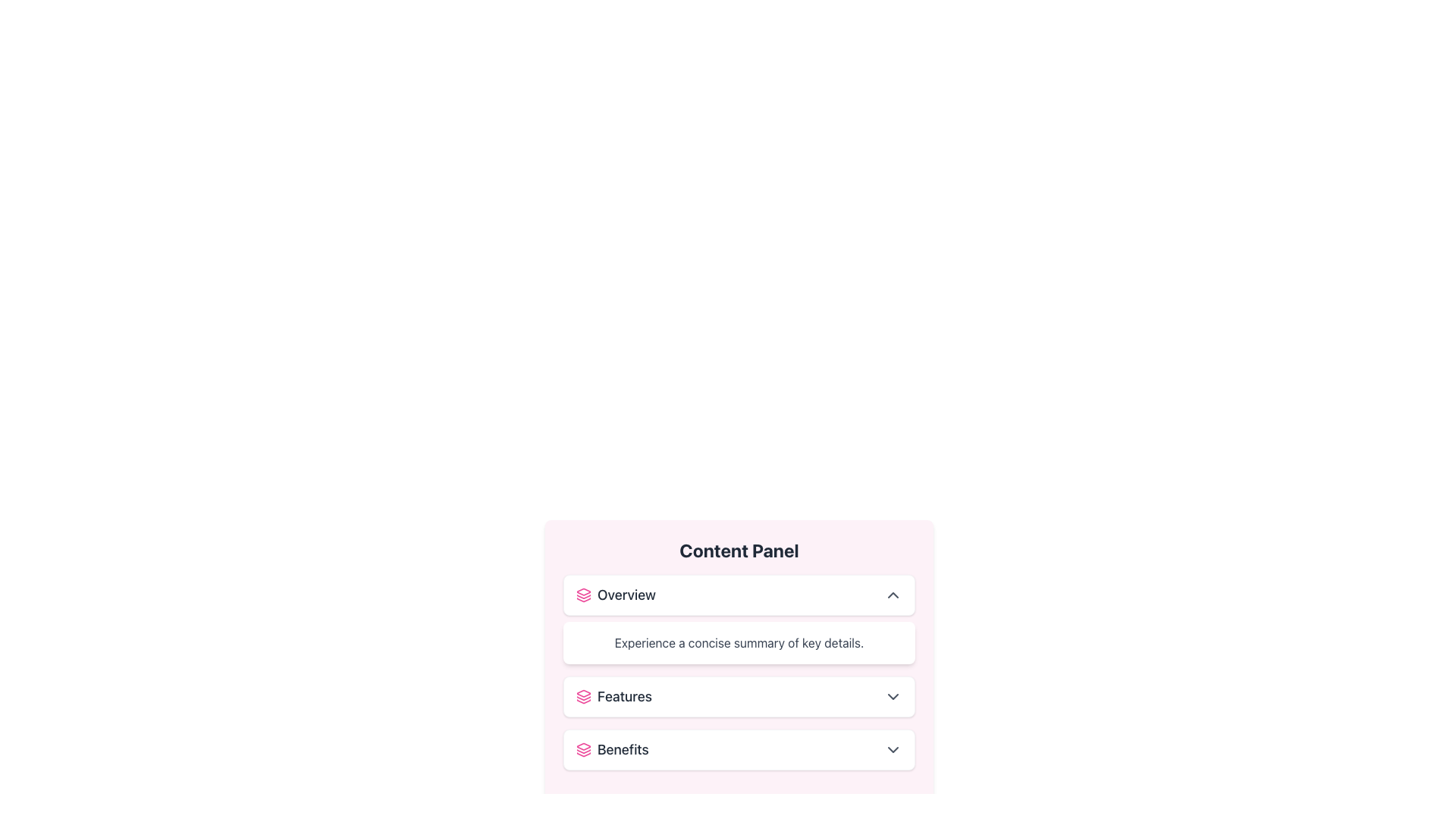 The image size is (1456, 819). I want to click on the third button in the vertical list within the pink-bordered 'Content Panel', so click(739, 748).